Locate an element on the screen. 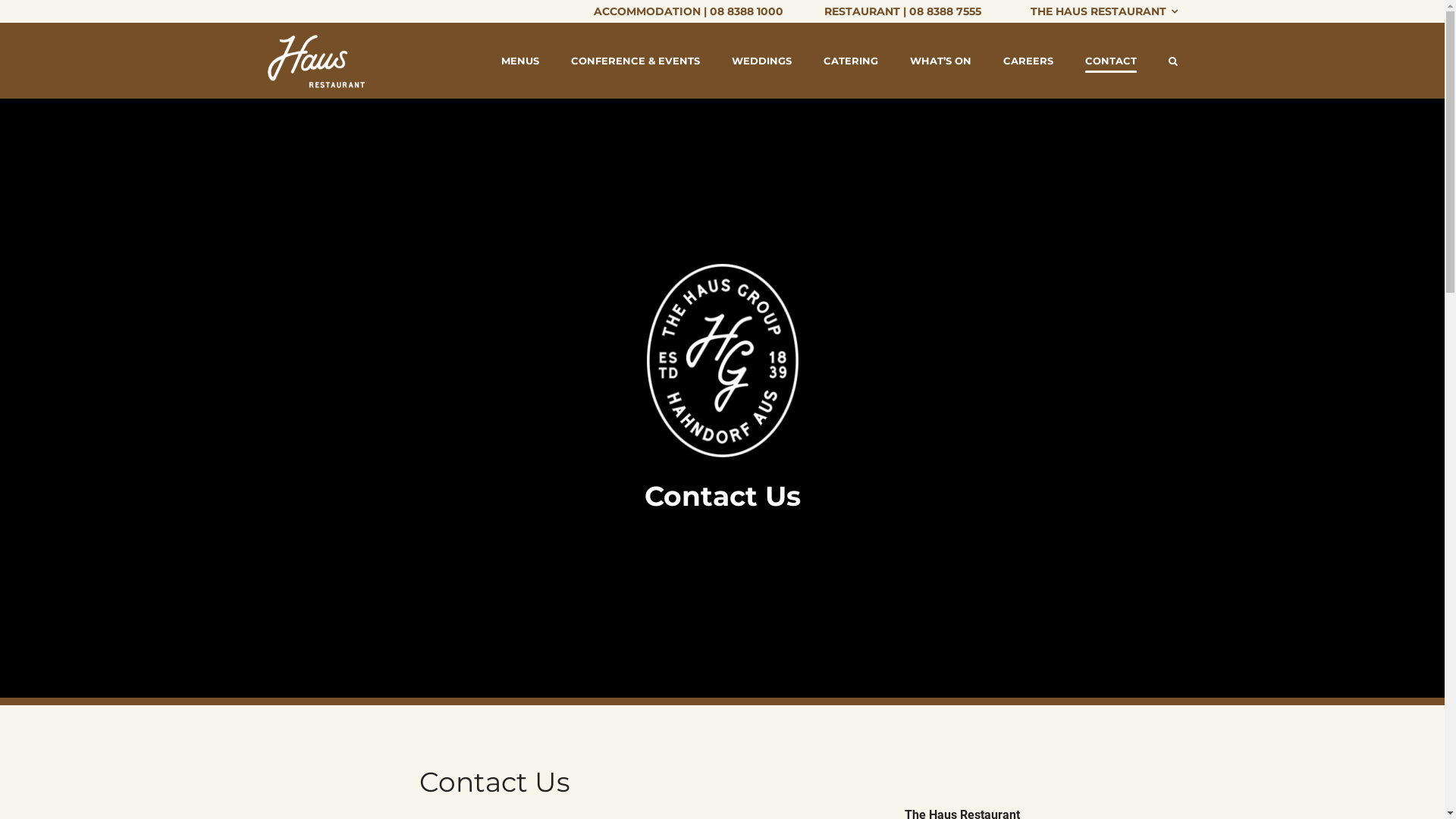 The width and height of the screenshot is (1456, 819). 'MENUS' is located at coordinates (519, 60).